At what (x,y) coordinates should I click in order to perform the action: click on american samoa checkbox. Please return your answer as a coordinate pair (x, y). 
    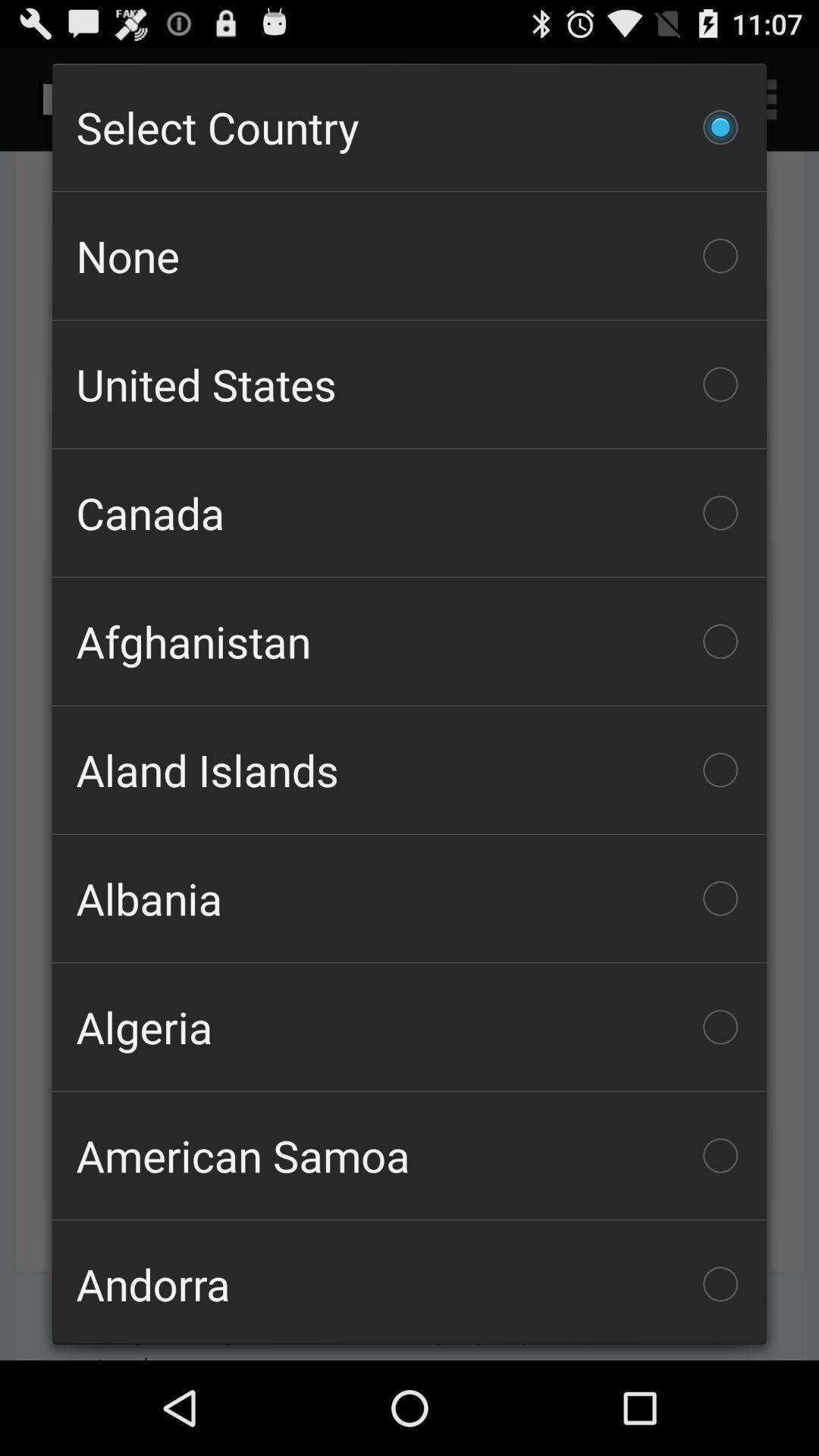
    Looking at the image, I should click on (409, 1154).